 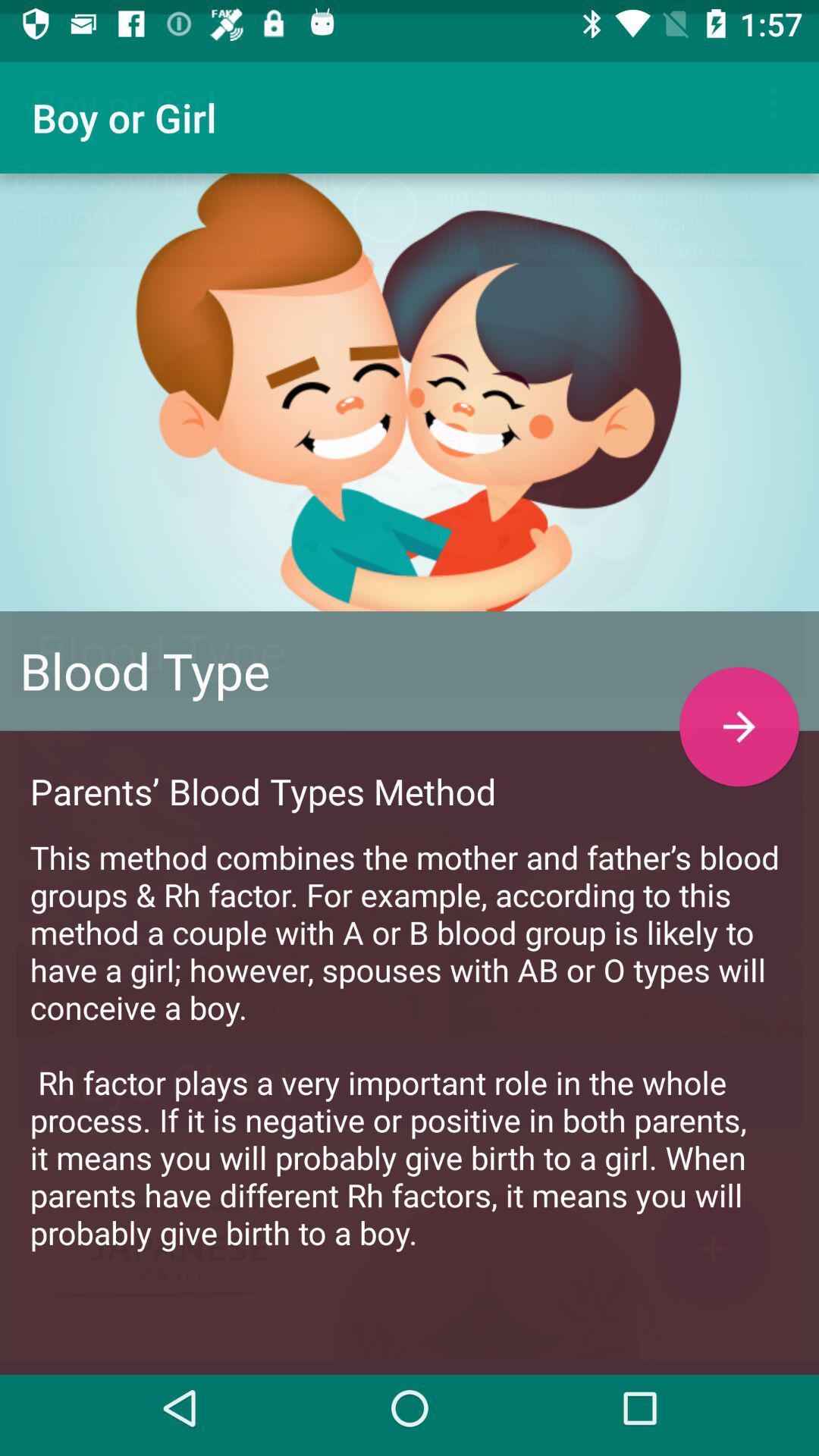 I want to click on the icon on the right, so click(x=739, y=711).